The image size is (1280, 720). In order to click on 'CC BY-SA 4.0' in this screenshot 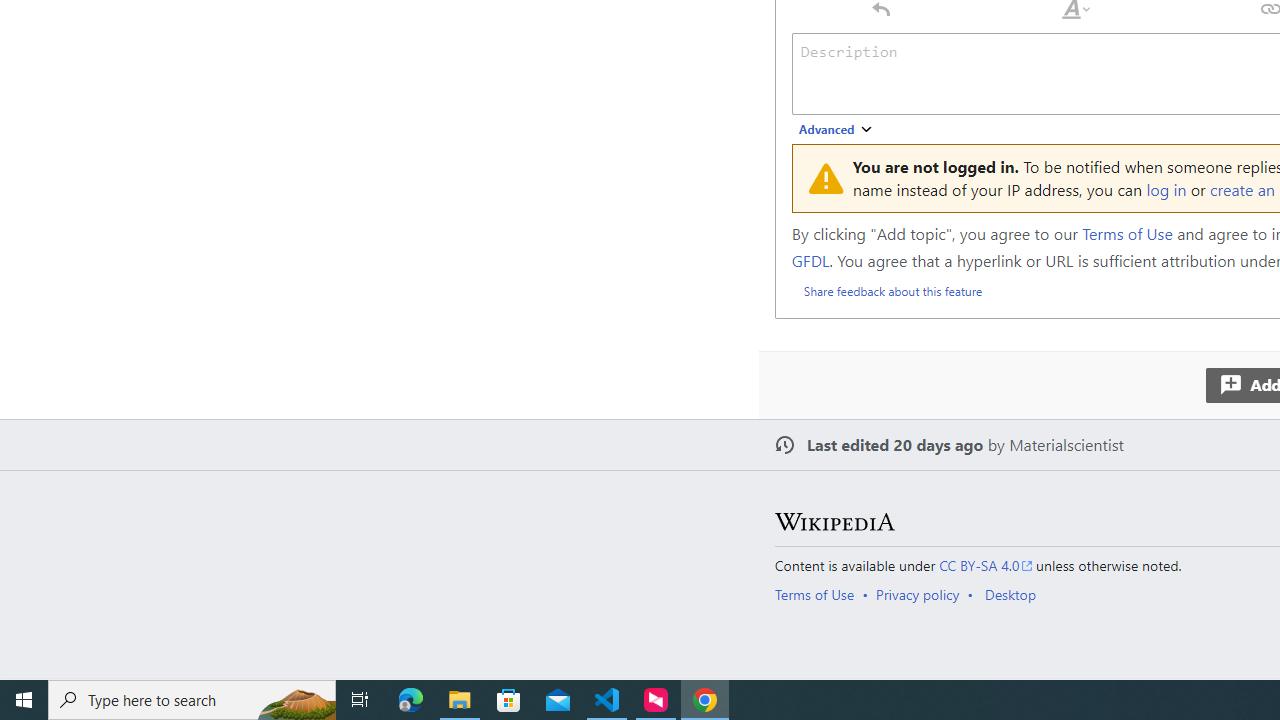, I will do `click(986, 565)`.